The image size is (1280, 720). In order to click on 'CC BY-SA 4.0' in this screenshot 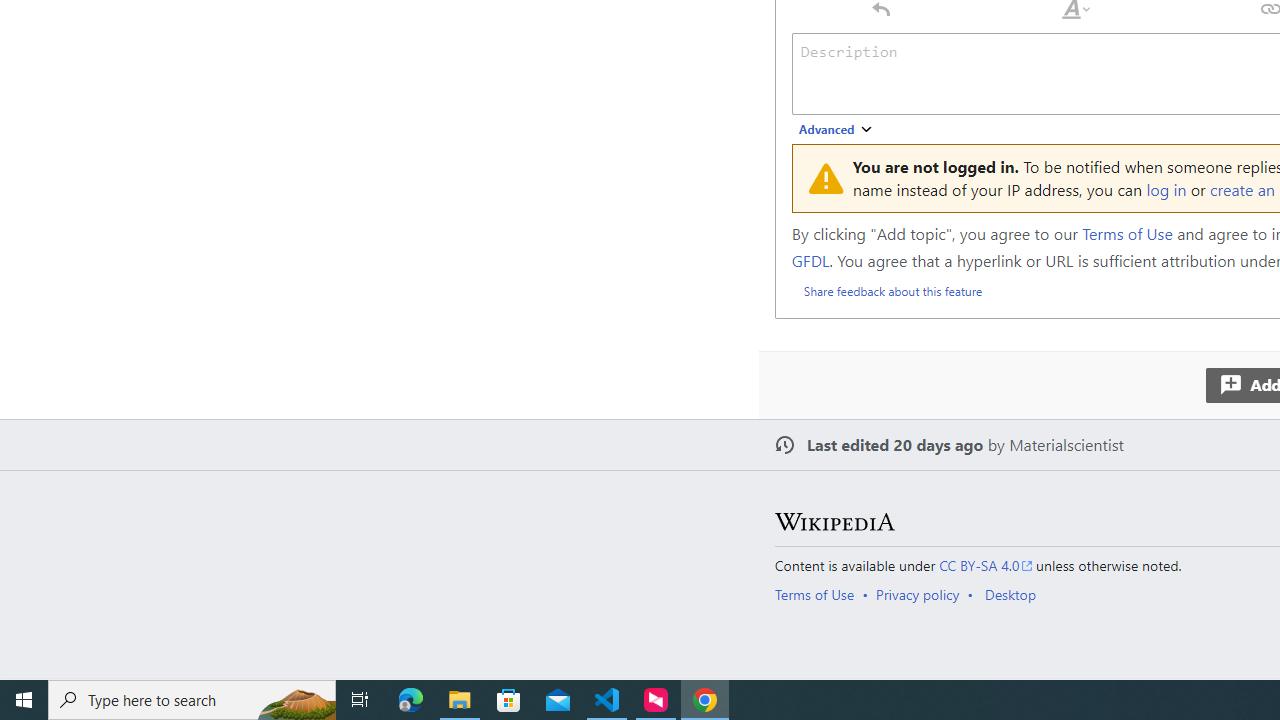, I will do `click(986, 565)`.